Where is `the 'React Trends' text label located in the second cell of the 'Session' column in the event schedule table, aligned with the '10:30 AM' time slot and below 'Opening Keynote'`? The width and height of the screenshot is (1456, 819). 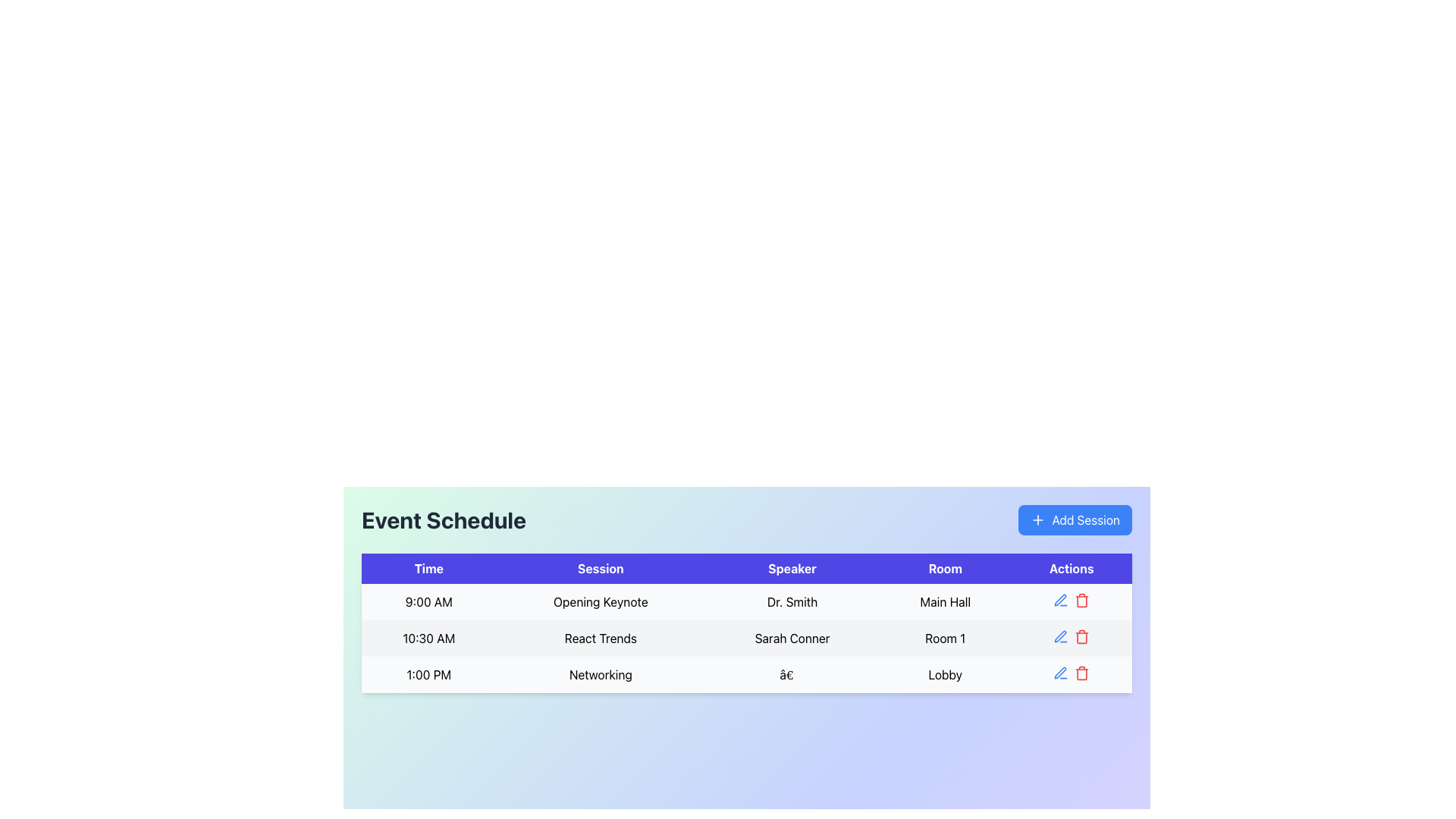 the 'React Trends' text label located in the second cell of the 'Session' column in the event schedule table, aligned with the '10:30 AM' time slot and below 'Opening Keynote' is located at coordinates (600, 638).